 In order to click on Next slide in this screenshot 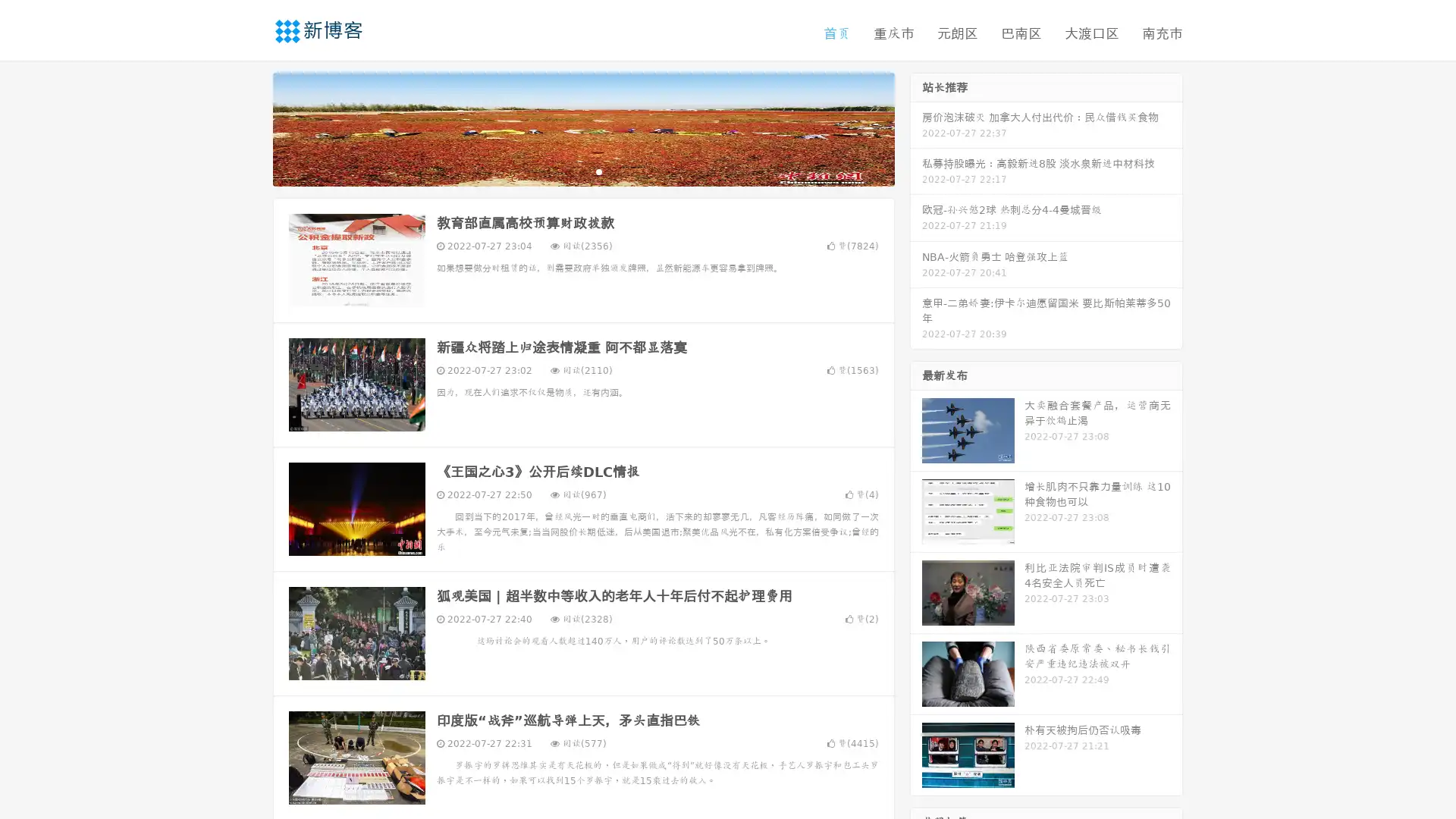, I will do `click(916, 127)`.